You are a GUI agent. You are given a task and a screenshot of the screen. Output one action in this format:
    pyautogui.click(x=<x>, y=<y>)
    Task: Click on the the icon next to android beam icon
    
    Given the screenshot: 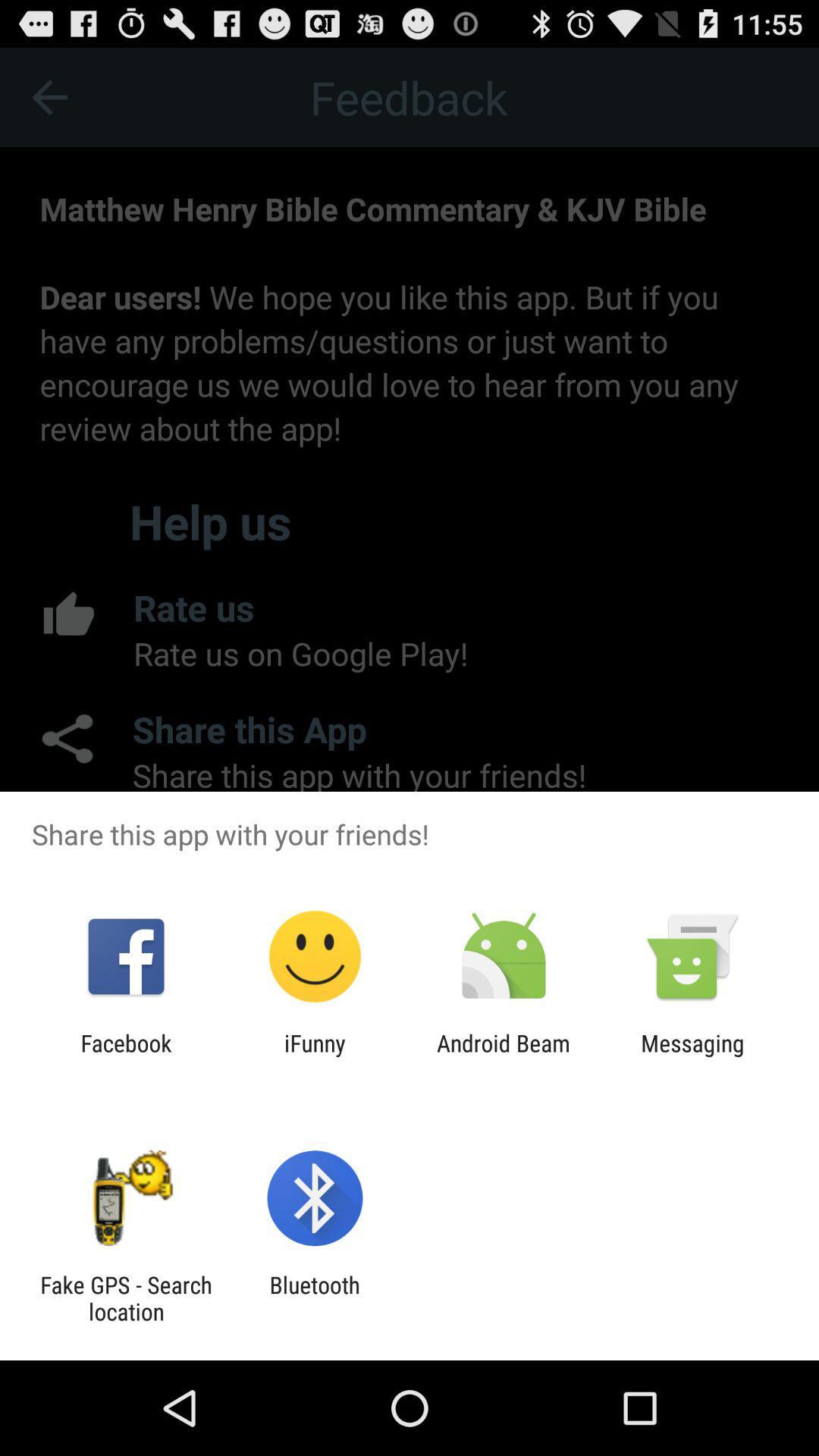 What is the action you would take?
    pyautogui.click(x=692, y=1056)
    